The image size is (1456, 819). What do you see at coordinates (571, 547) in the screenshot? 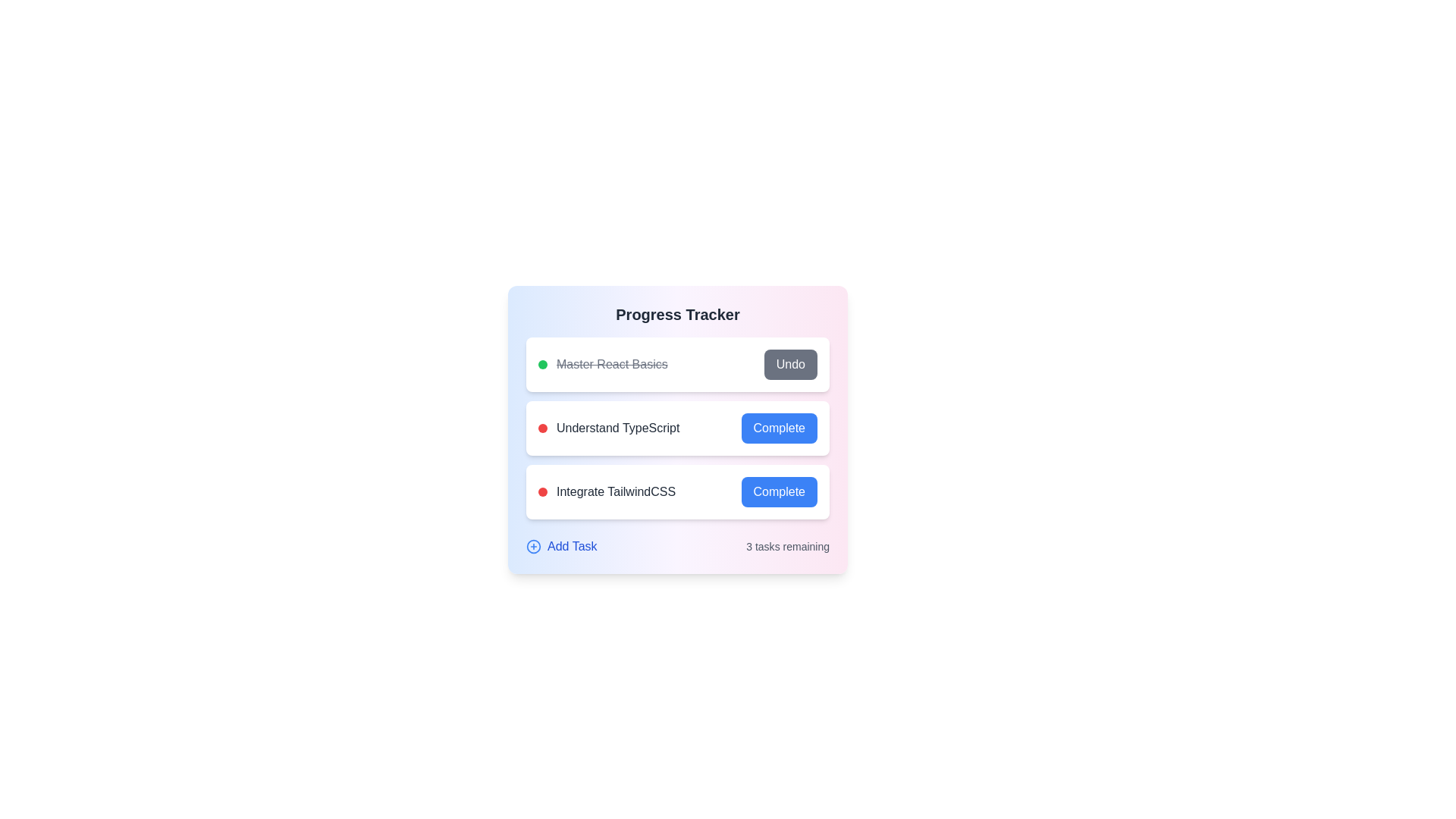
I see `the 'Add Task' text label, which is a blue, medium-weight, sans-serif styled text located at the bottom-left corner of the 'Progress Tracker' card, adjacent to a blue circle icon with a plus sign` at bounding box center [571, 547].